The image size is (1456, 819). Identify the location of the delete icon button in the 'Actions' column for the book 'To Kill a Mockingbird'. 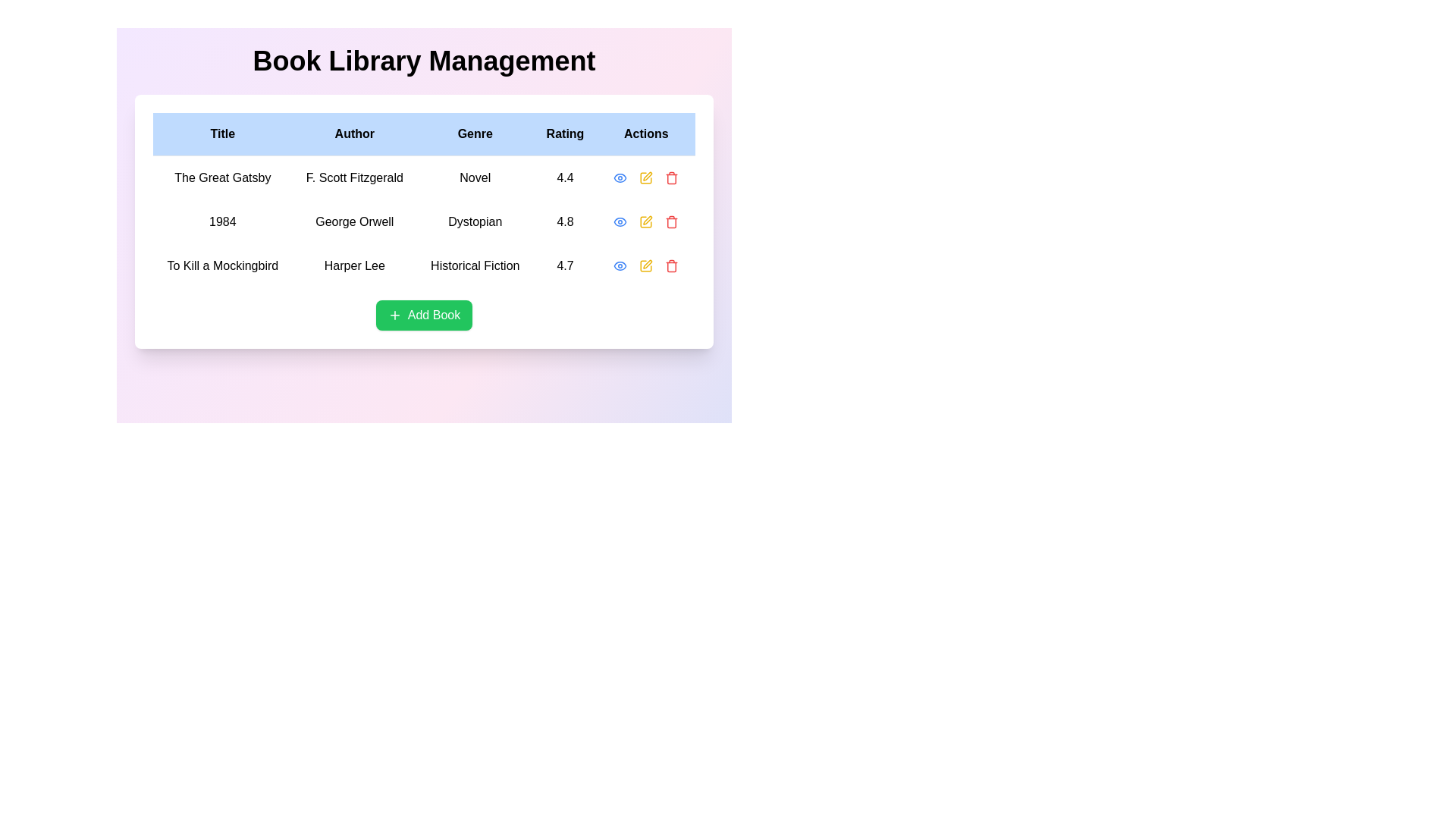
(671, 265).